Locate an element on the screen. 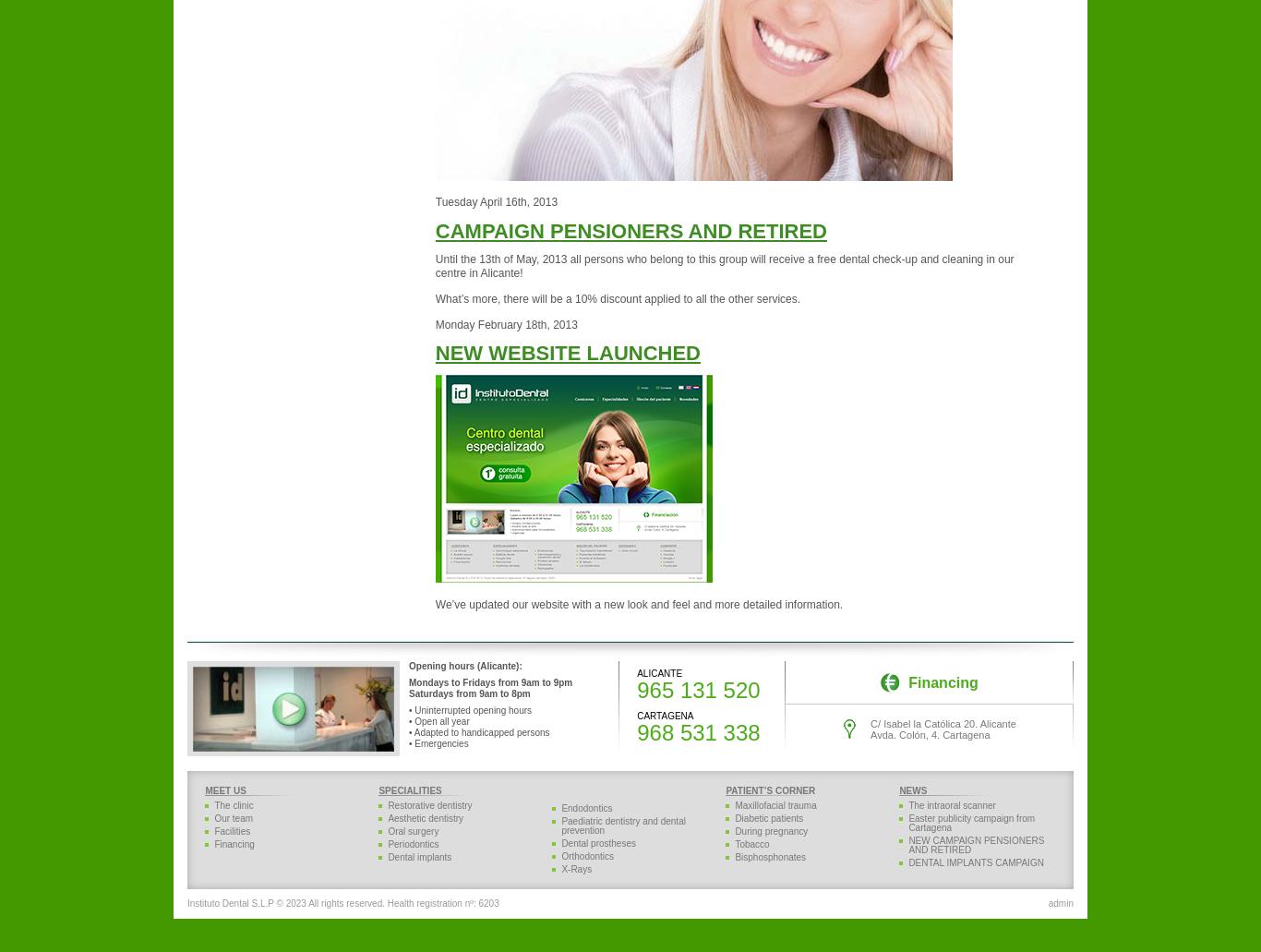  'Diabetic patients' is located at coordinates (767, 818).